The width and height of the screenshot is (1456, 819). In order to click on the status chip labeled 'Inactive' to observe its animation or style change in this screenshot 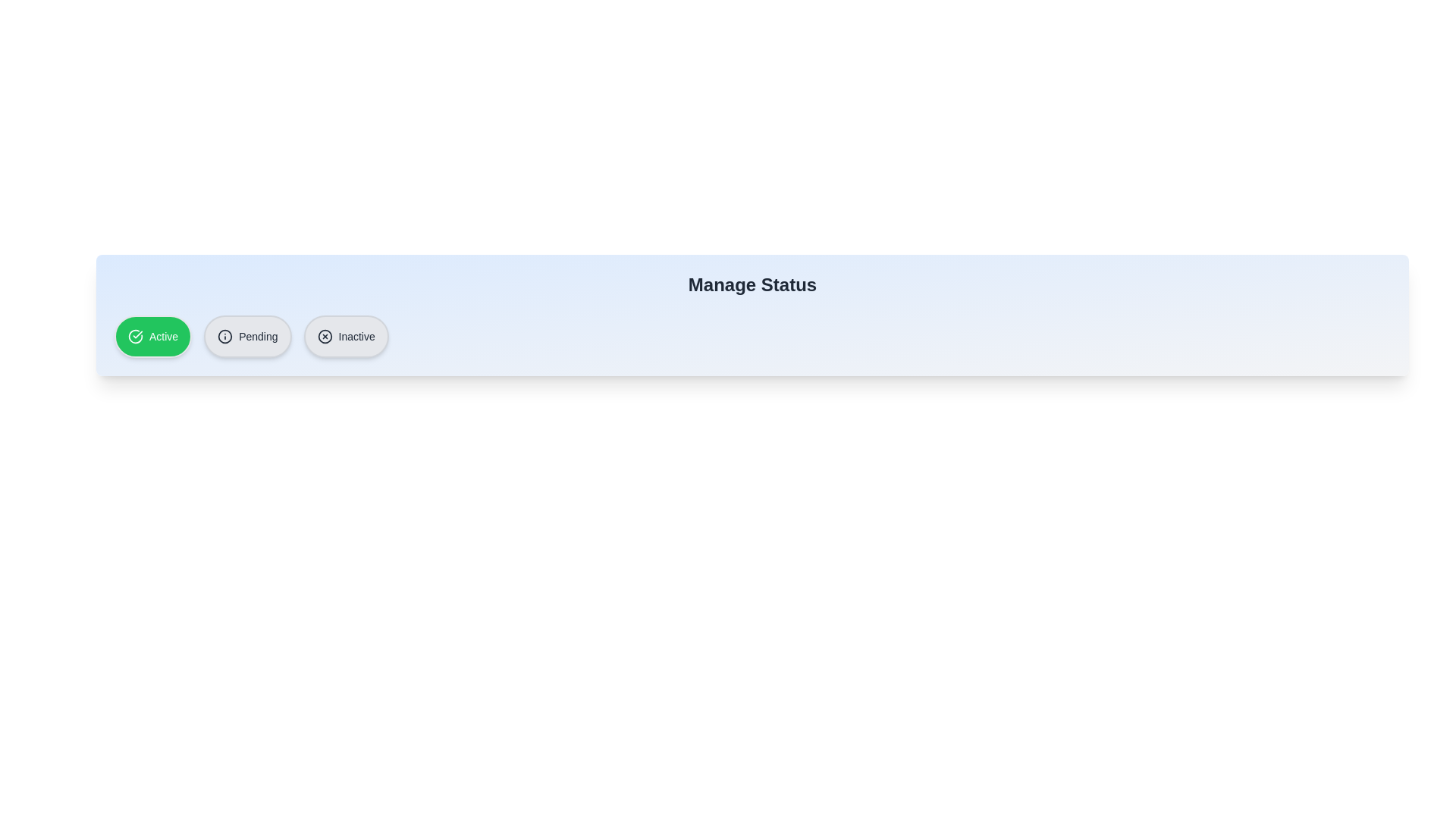, I will do `click(345, 335)`.